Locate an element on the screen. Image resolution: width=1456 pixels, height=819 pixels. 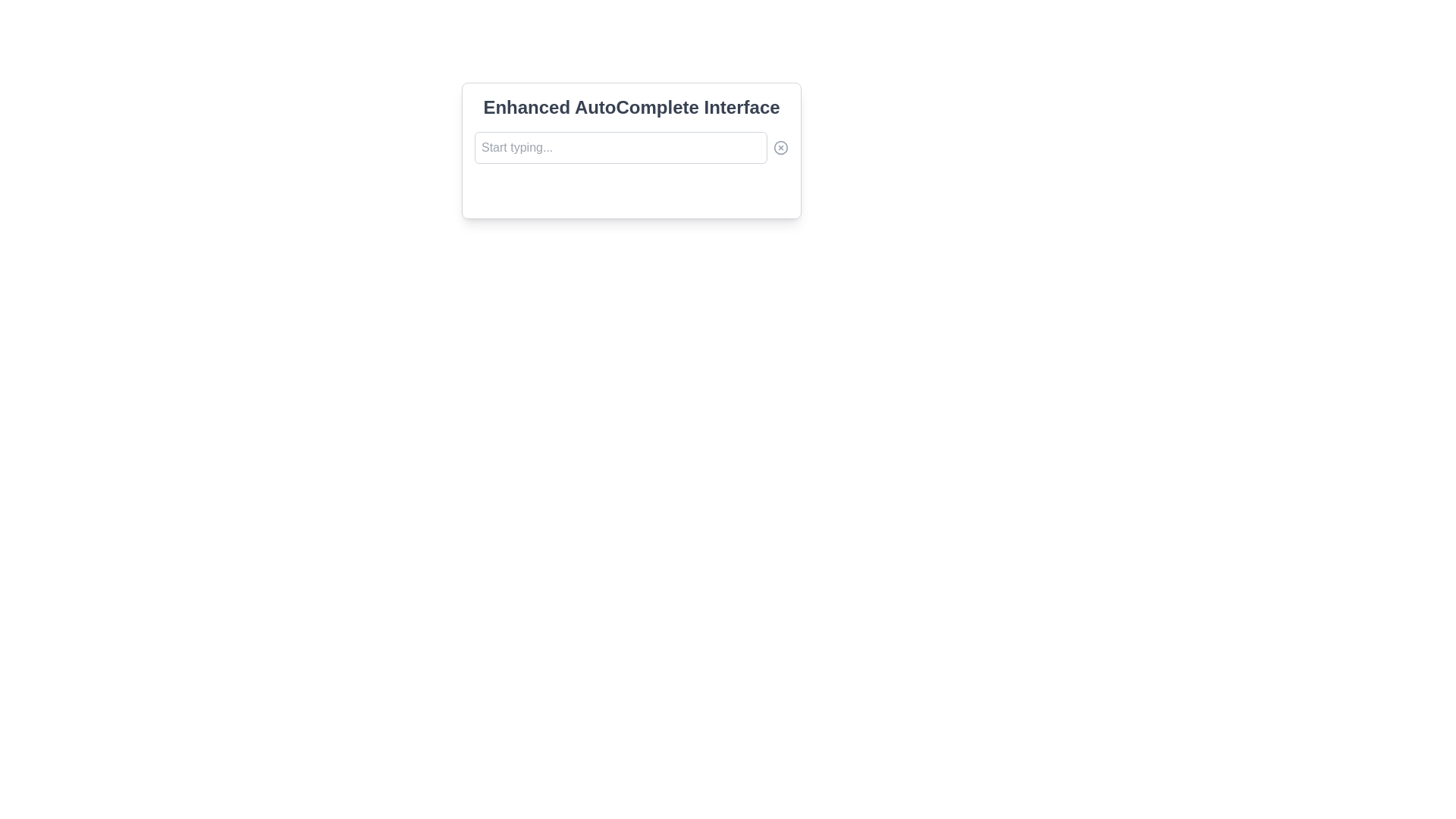
the SVG Circle element, which is a part of an icon located to the right of a text input field in the 'Enhanced AutoComplete Interface.' is located at coordinates (781, 148).